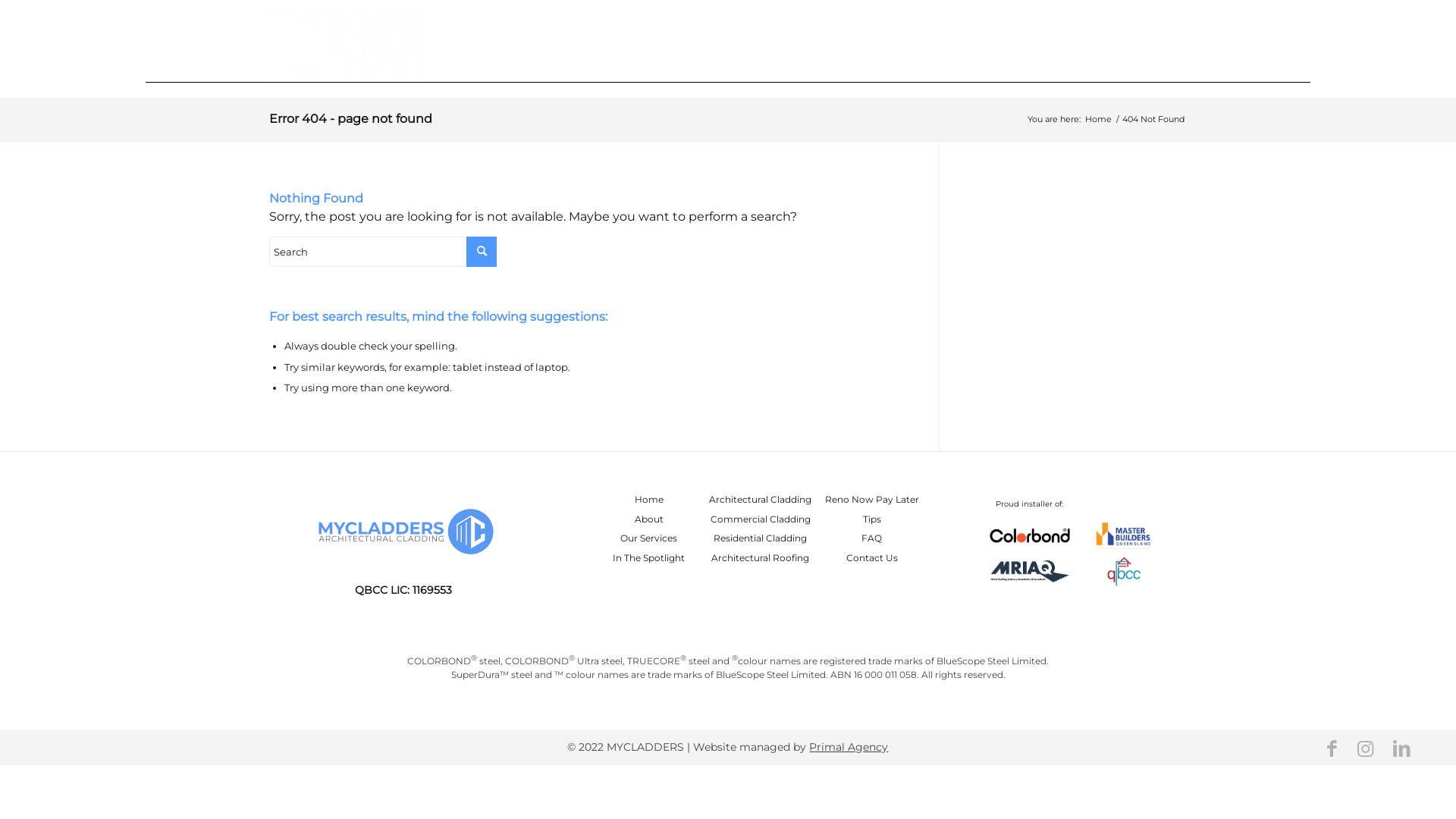  Describe the element at coordinates (760, 499) in the screenshot. I see `'Architectural Cladding'` at that location.